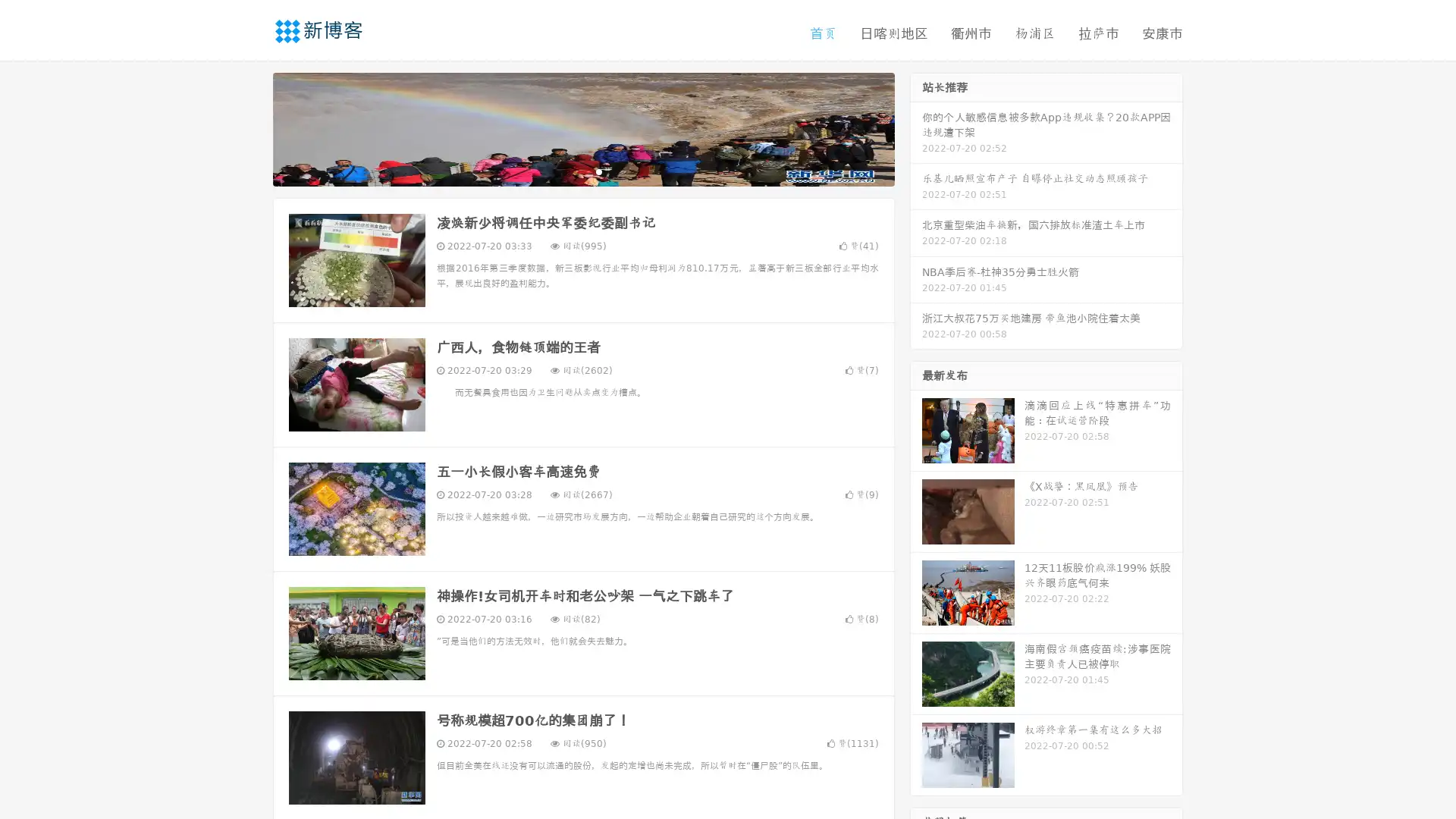 Image resolution: width=1456 pixels, height=819 pixels. What do you see at coordinates (582, 171) in the screenshot?
I see `Go to slide 2` at bounding box center [582, 171].